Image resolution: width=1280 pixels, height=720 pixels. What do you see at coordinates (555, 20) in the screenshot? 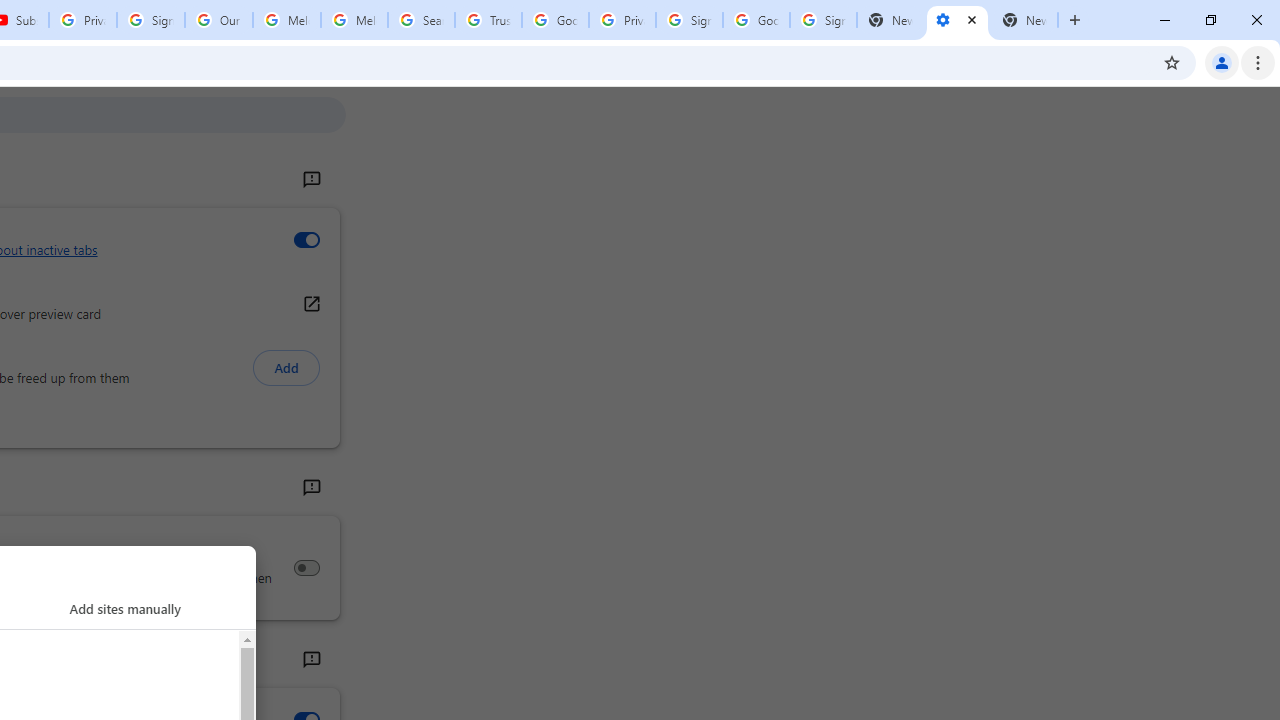
I see `'Google Ads - Sign in'` at bounding box center [555, 20].